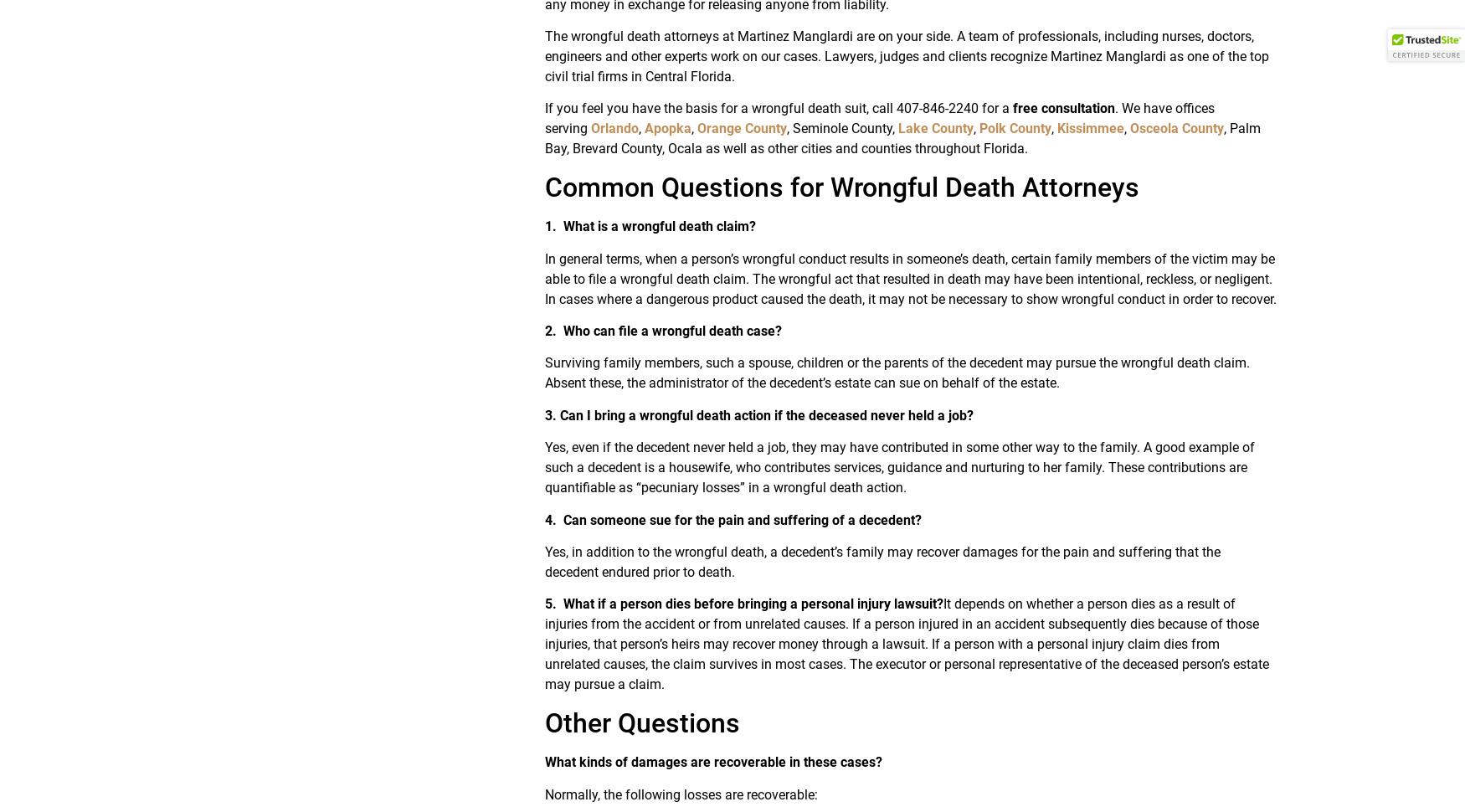 The width and height of the screenshot is (1465, 812). I want to click on '1.', so click(552, 225).